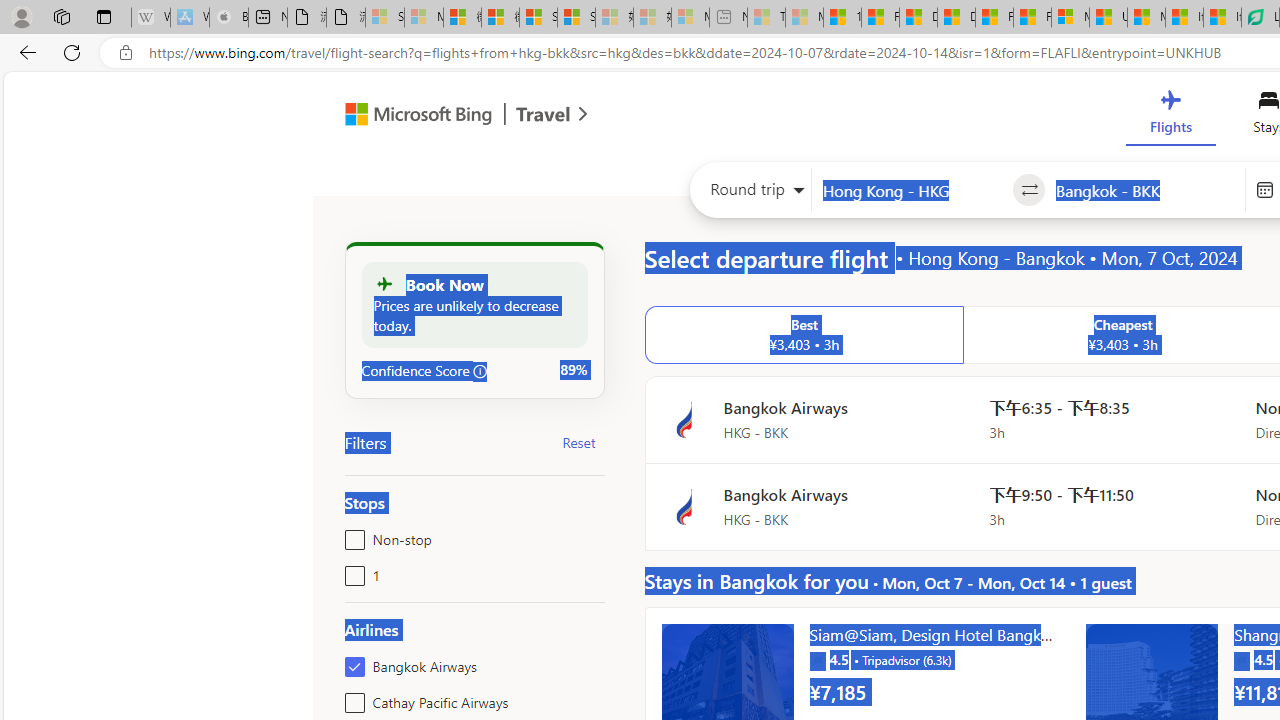  I want to click on 'Sign in to your Microsoft account - Sleeping', so click(385, 17).